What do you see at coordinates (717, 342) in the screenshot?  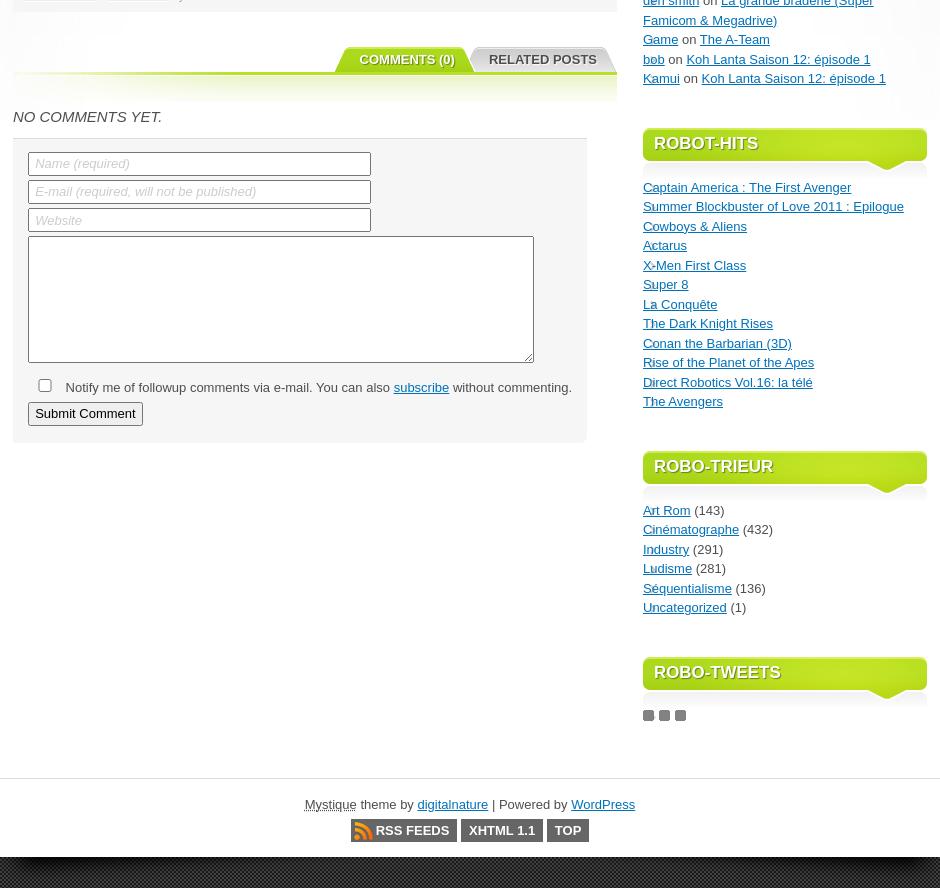 I see `'Conan the Barbarian (3D)'` at bounding box center [717, 342].